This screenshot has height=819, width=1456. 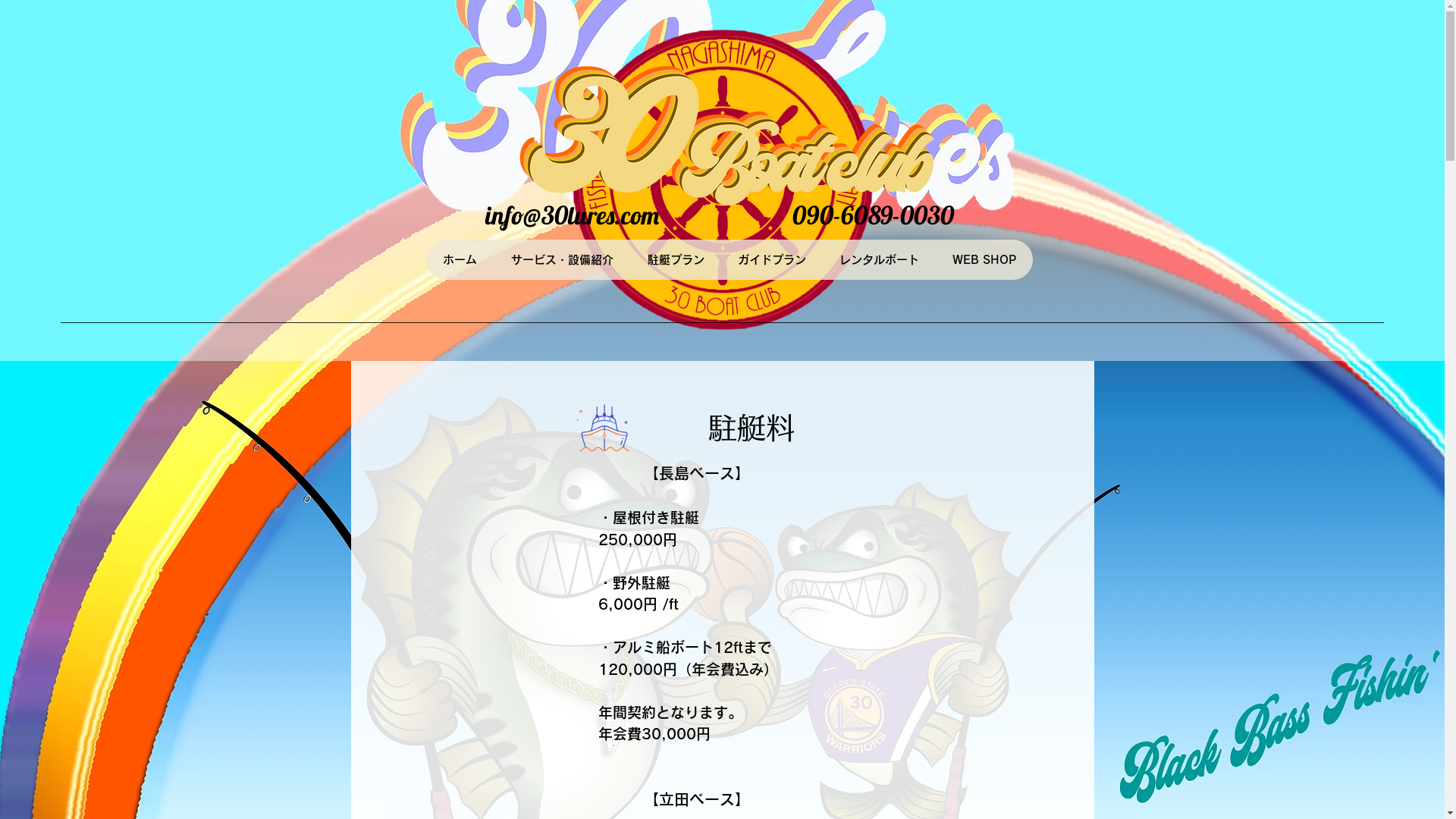 What do you see at coordinates (484, 215) in the screenshot?
I see `'info@30lures.com'` at bounding box center [484, 215].